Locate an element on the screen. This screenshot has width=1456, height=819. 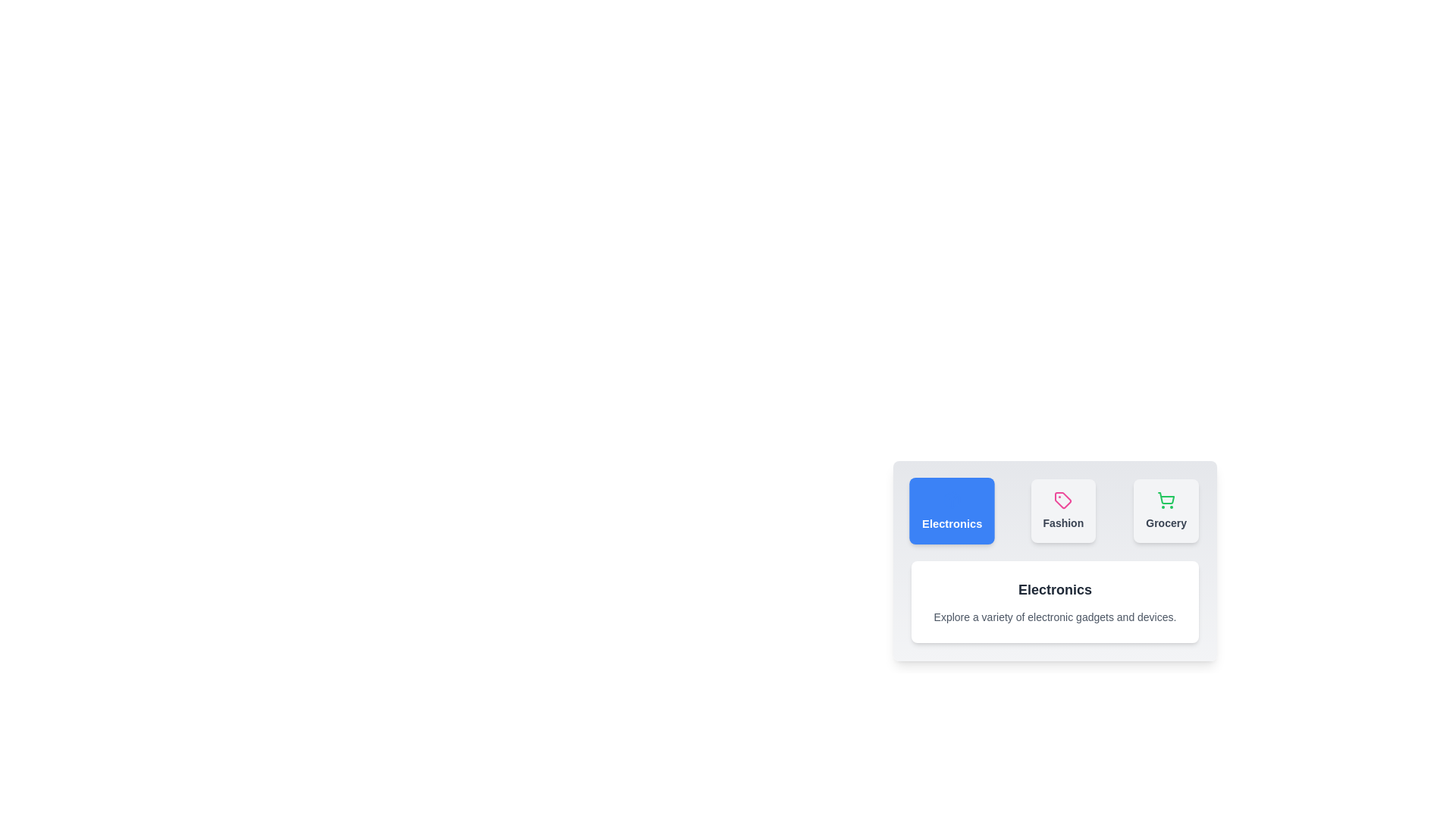
the Electronics tab to observe the hover effect is located at coordinates (951, 511).